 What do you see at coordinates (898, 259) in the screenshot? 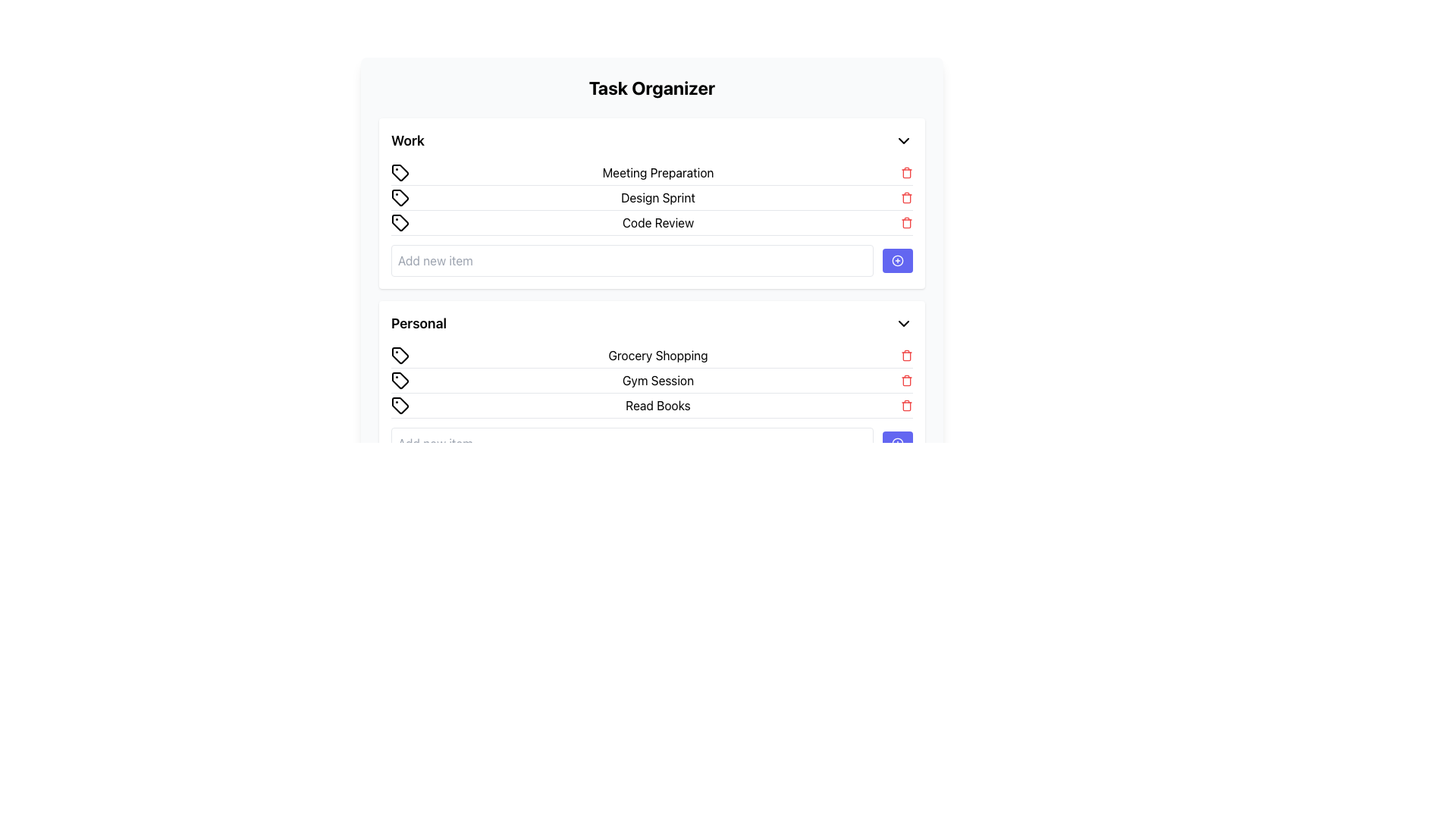
I see `the blue button containing the icon for adding a new task in the 'Work' section` at bounding box center [898, 259].